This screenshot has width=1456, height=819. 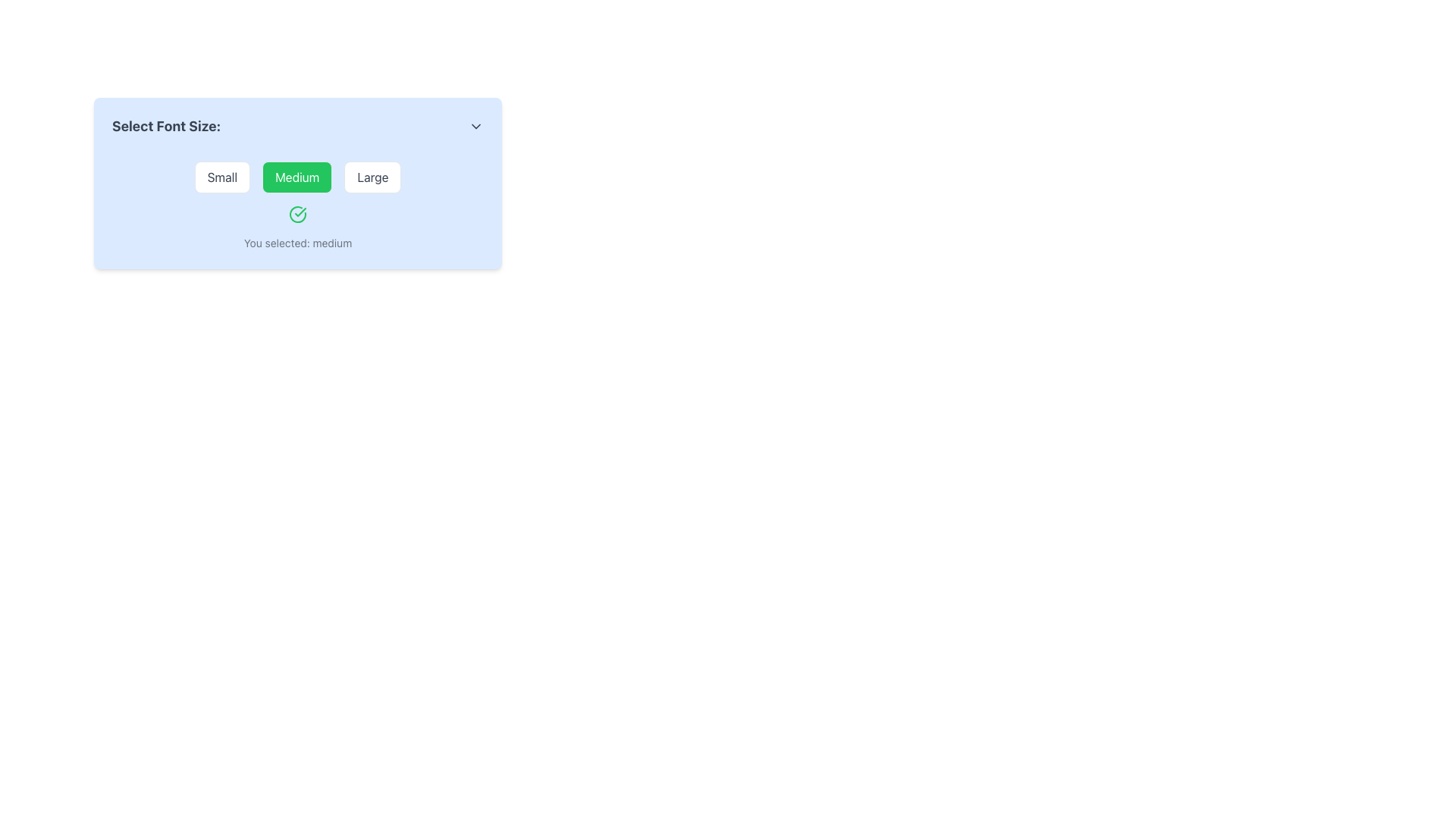 What do you see at coordinates (298, 214) in the screenshot?
I see `the illustrative confirmation icon indicating that 'Medium' is the selected font size, located below the buttons in the 'Select Font Size' module` at bounding box center [298, 214].